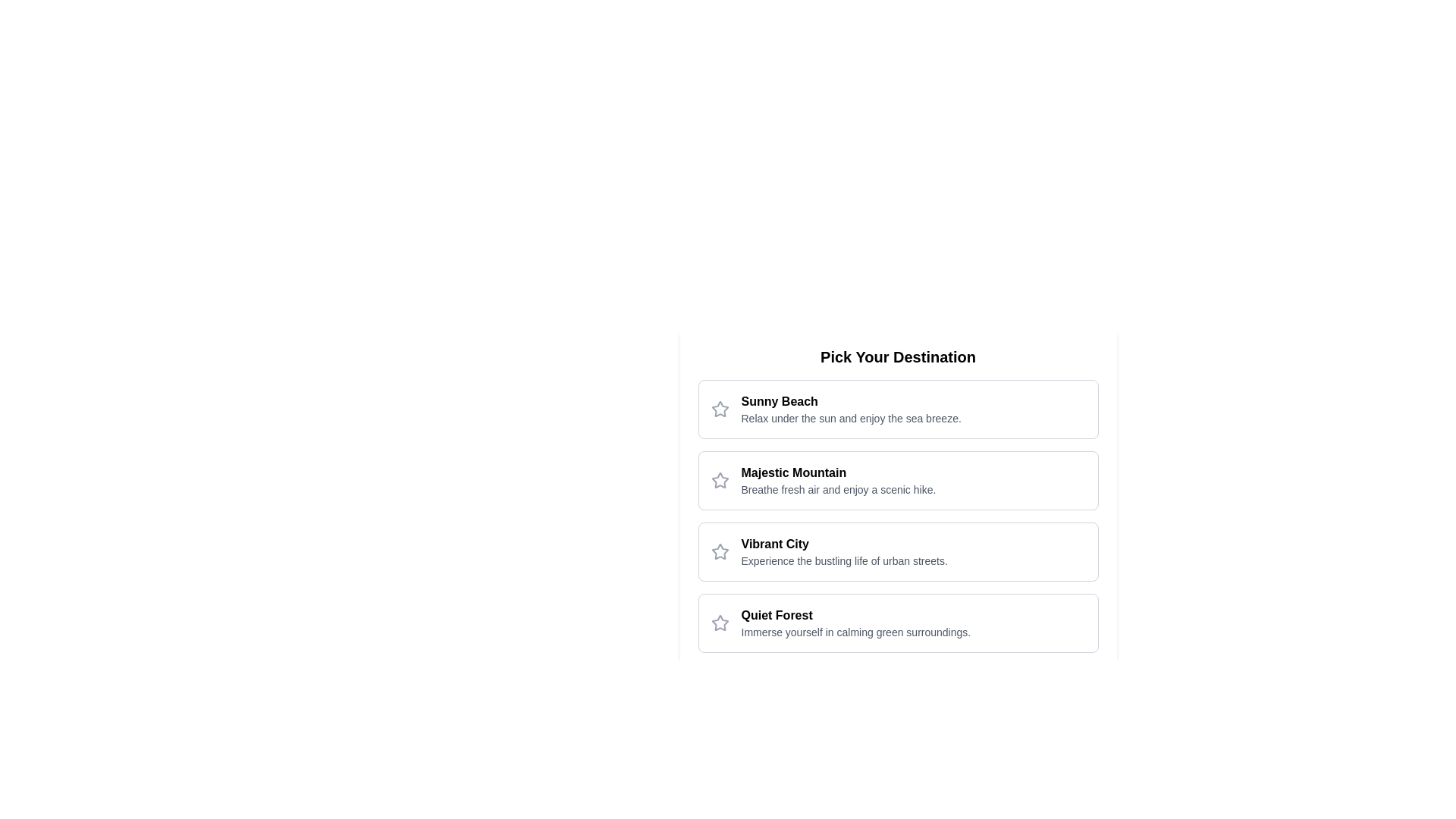 Image resolution: width=1456 pixels, height=819 pixels. What do you see at coordinates (843, 552) in the screenshot?
I see `the Text Block containing the bold text 'Vibrant City' and the smaller text 'Experience the bustling life of urban streets', which is located in the third card of the vertical list of destinations` at bounding box center [843, 552].